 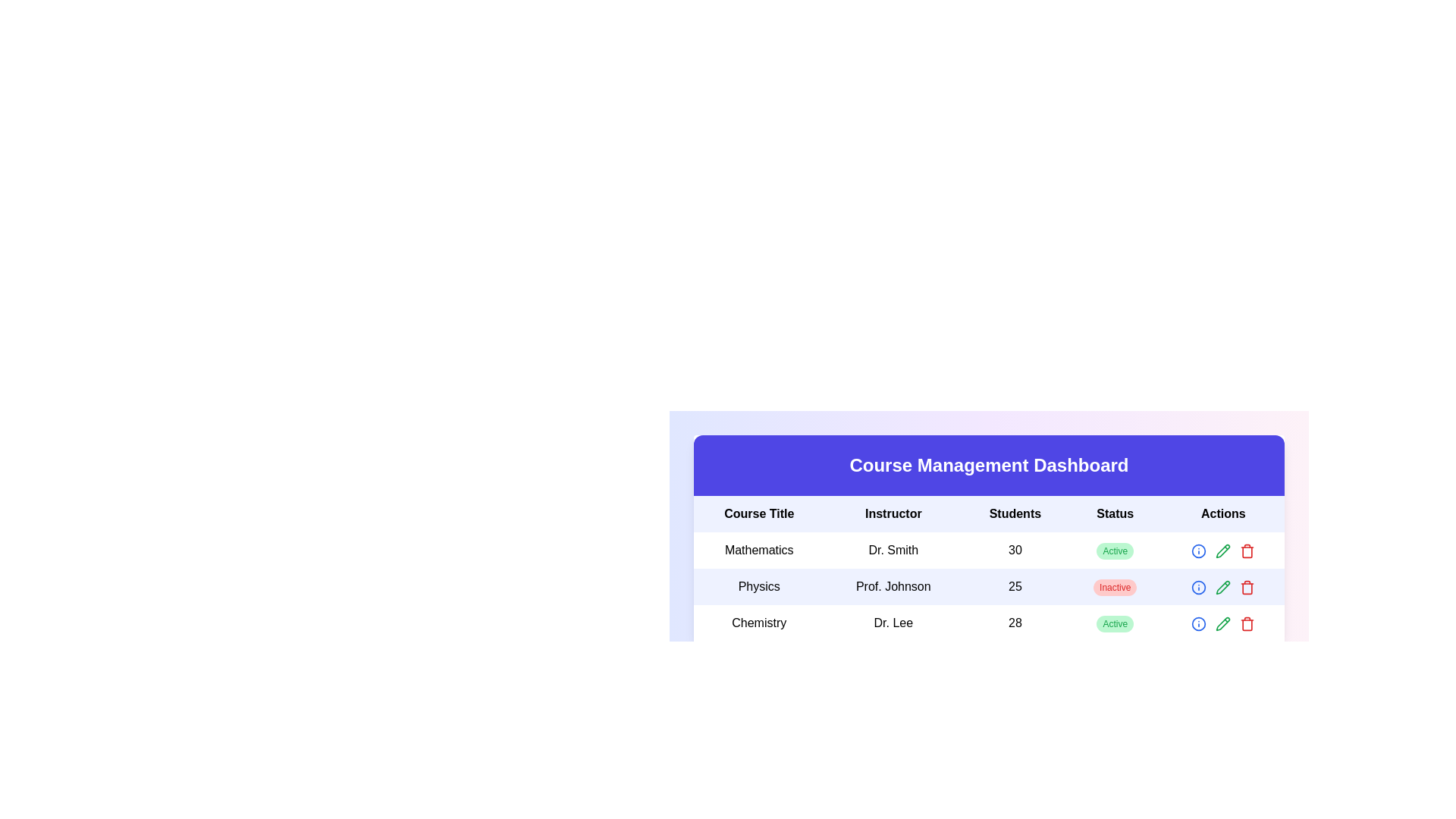 What do you see at coordinates (1223, 586) in the screenshot?
I see `the green pencil icon representing the editing function in the Actions section of the table row for Physics and Prof. Johnson` at bounding box center [1223, 586].